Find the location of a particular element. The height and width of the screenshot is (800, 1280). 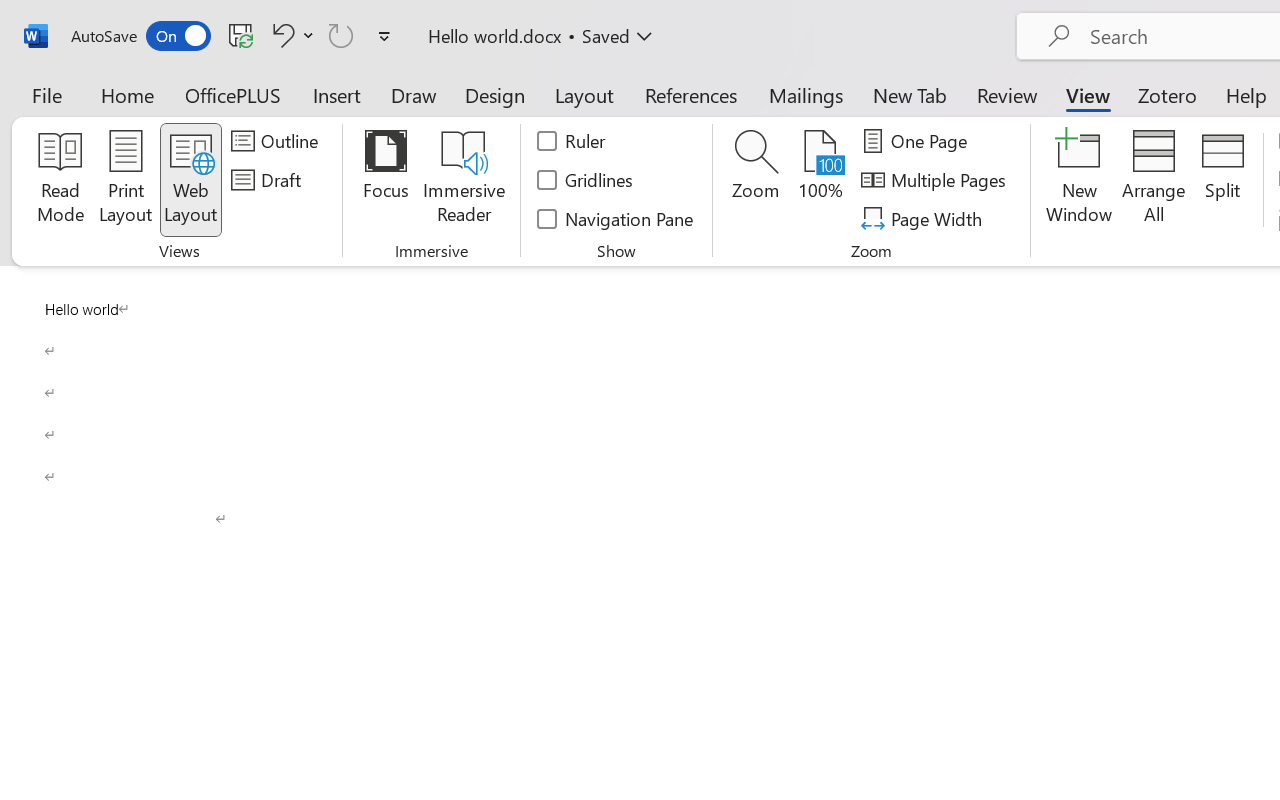

'Insert' is located at coordinates (337, 94).